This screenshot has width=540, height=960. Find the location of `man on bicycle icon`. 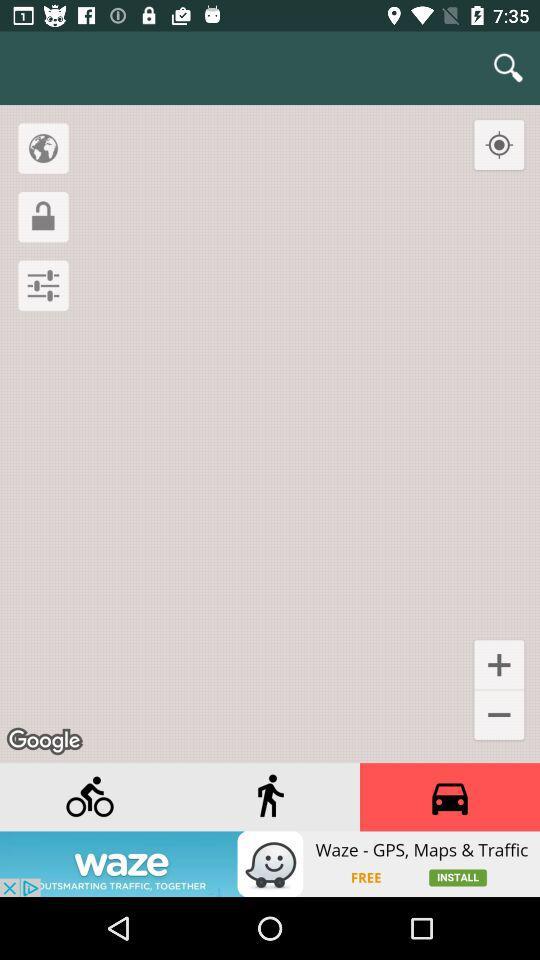

man on bicycle icon is located at coordinates (89, 797).